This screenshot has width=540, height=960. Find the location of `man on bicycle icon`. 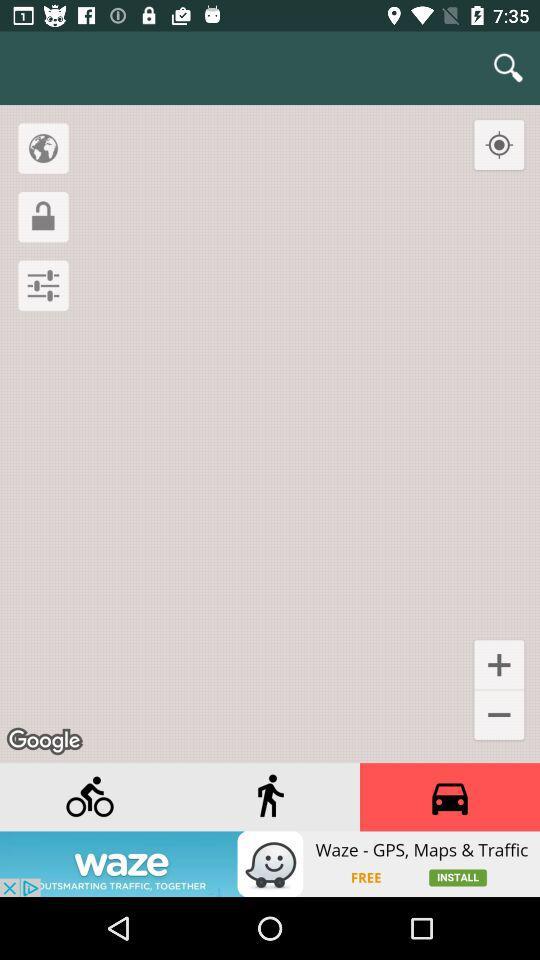

man on bicycle icon is located at coordinates (89, 797).